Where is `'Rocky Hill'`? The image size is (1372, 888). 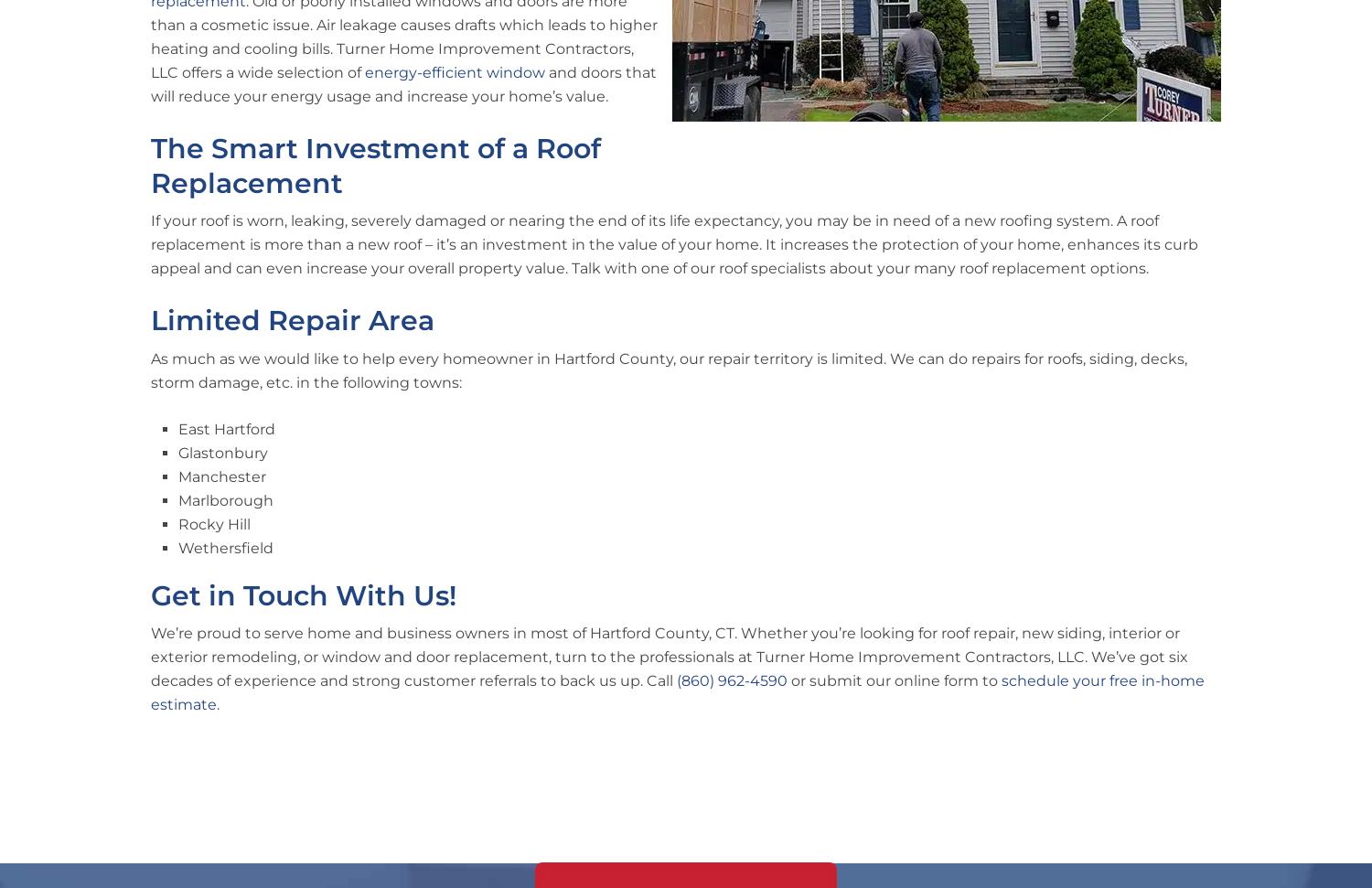
'Rocky Hill' is located at coordinates (213, 523).